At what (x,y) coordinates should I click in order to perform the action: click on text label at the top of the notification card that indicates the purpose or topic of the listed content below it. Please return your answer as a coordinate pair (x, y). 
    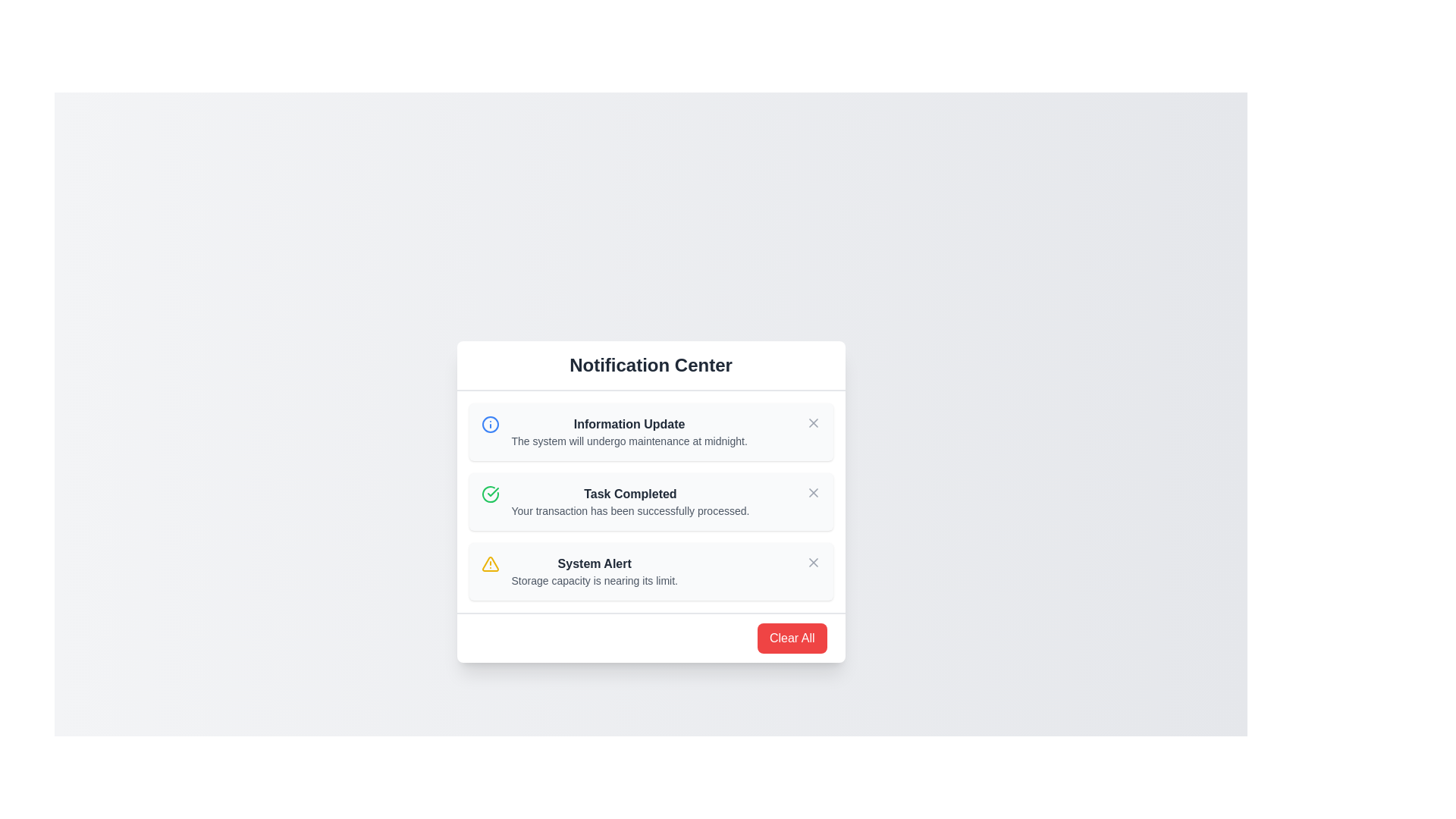
    Looking at the image, I should click on (651, 366).